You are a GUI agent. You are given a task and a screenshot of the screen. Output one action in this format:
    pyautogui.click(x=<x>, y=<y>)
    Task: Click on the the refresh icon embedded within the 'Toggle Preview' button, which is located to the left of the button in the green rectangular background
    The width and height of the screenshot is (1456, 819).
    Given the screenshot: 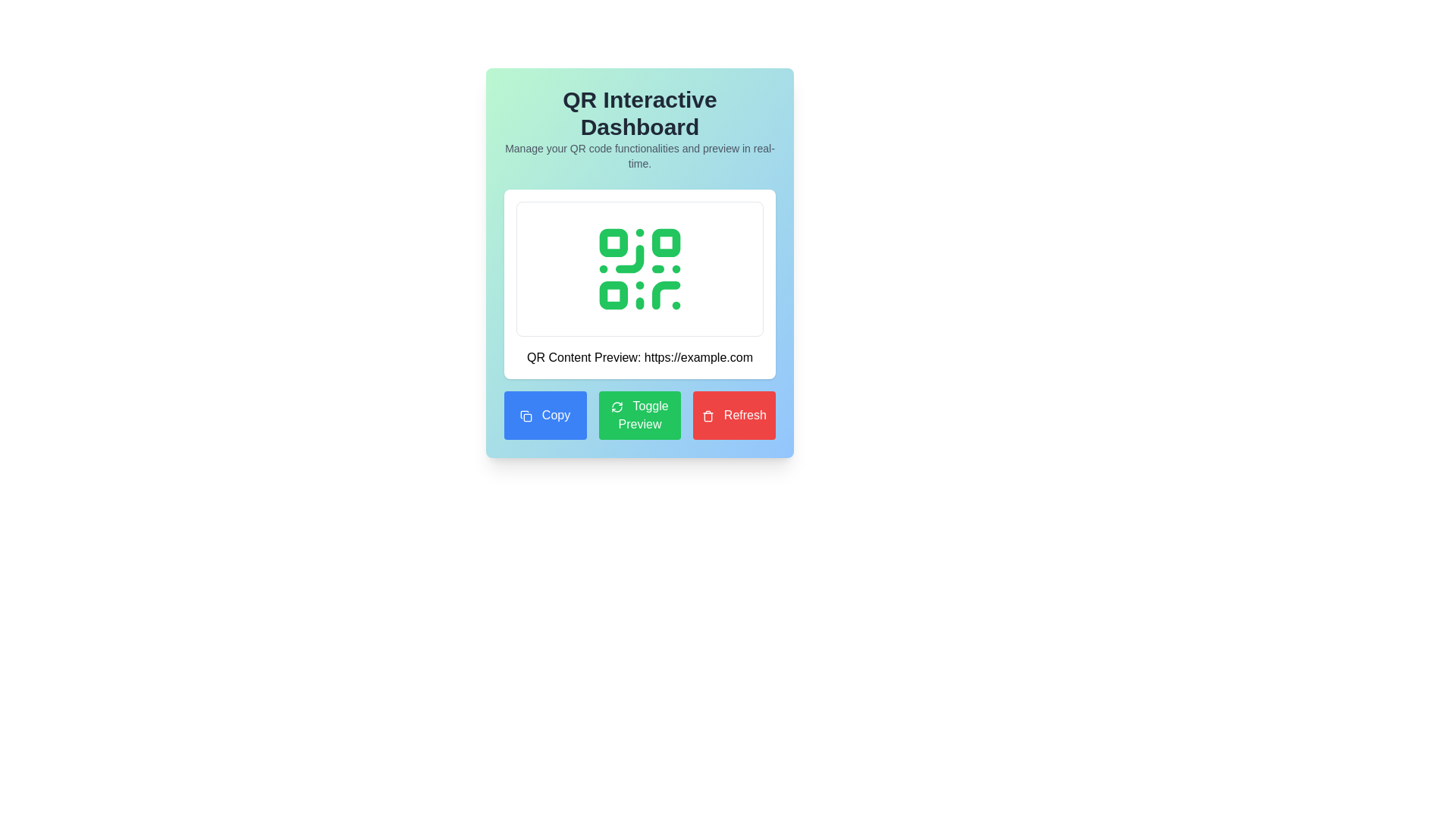 What is the action you would take?
    pyautogui.click(x=617, y=406)
    